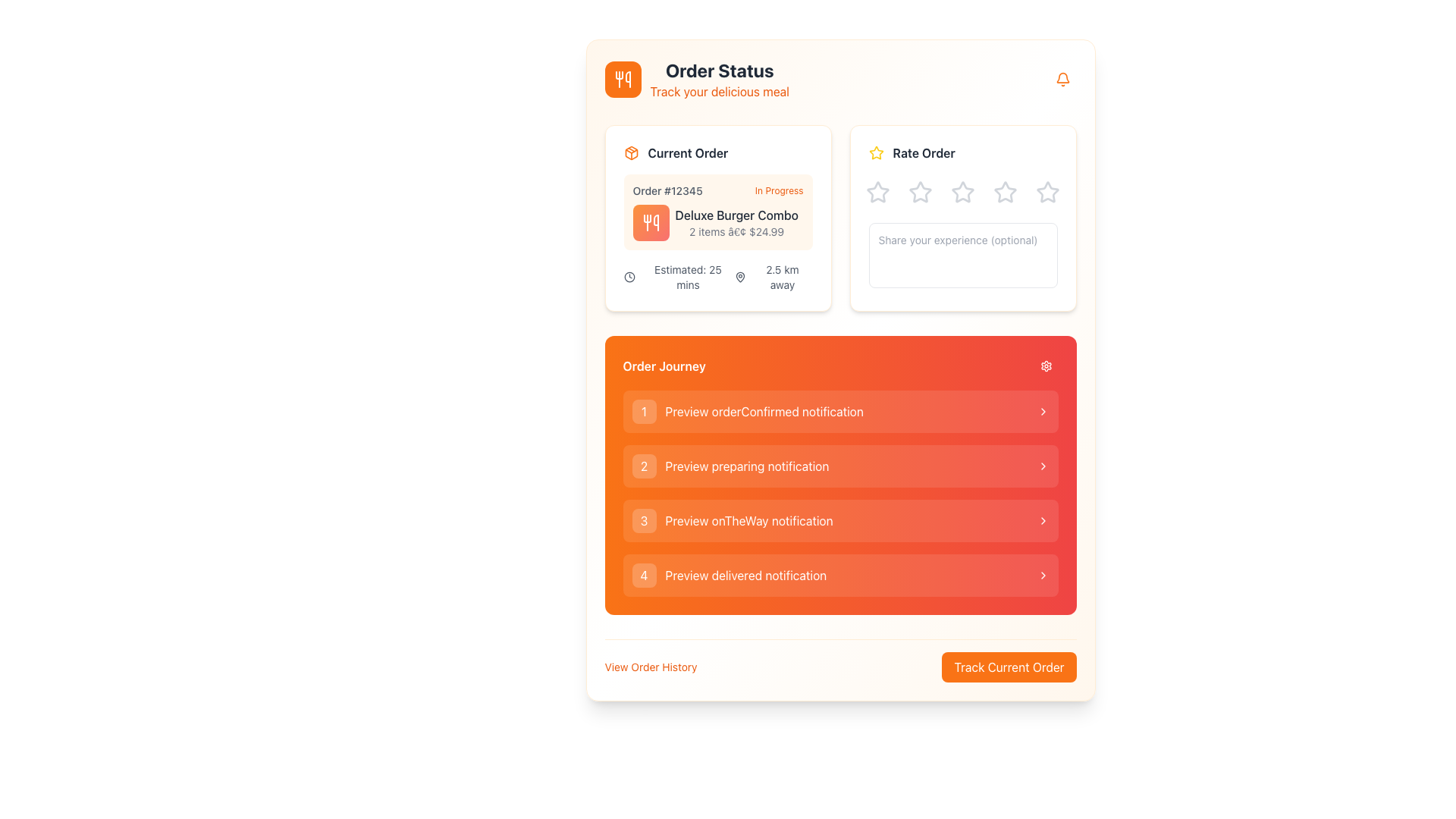 This screenshot has width=1456, height=819. Describe the element at coordinates (1005, 191) in the screenshot. I see `the third star in the rating component located in the 'Rate Order' section to provide visual feedback` at that location.